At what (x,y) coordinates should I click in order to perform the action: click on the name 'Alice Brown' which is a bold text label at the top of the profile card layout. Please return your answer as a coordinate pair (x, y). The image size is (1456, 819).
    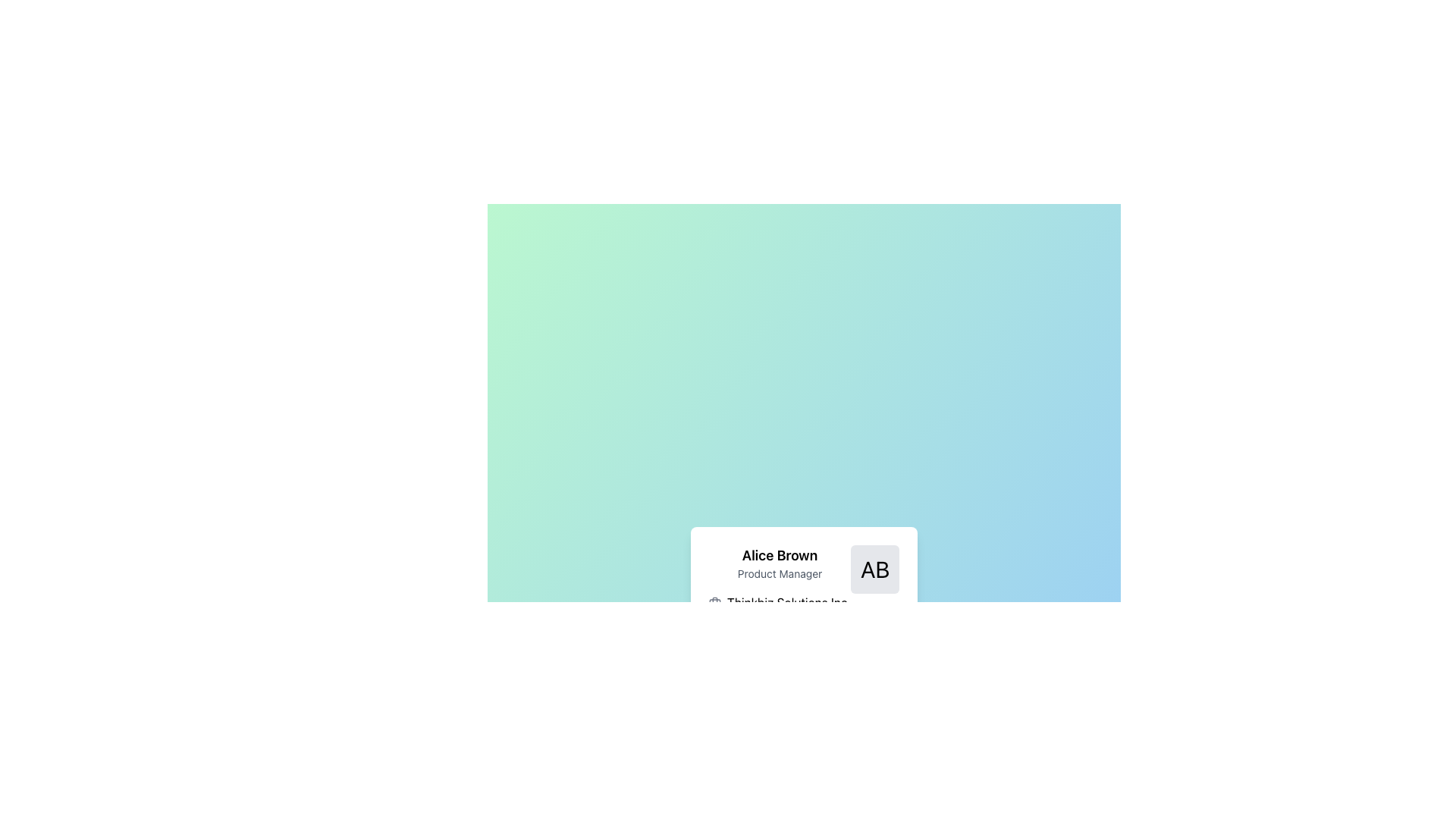
    Looking at the image, I should click on (780, 555).